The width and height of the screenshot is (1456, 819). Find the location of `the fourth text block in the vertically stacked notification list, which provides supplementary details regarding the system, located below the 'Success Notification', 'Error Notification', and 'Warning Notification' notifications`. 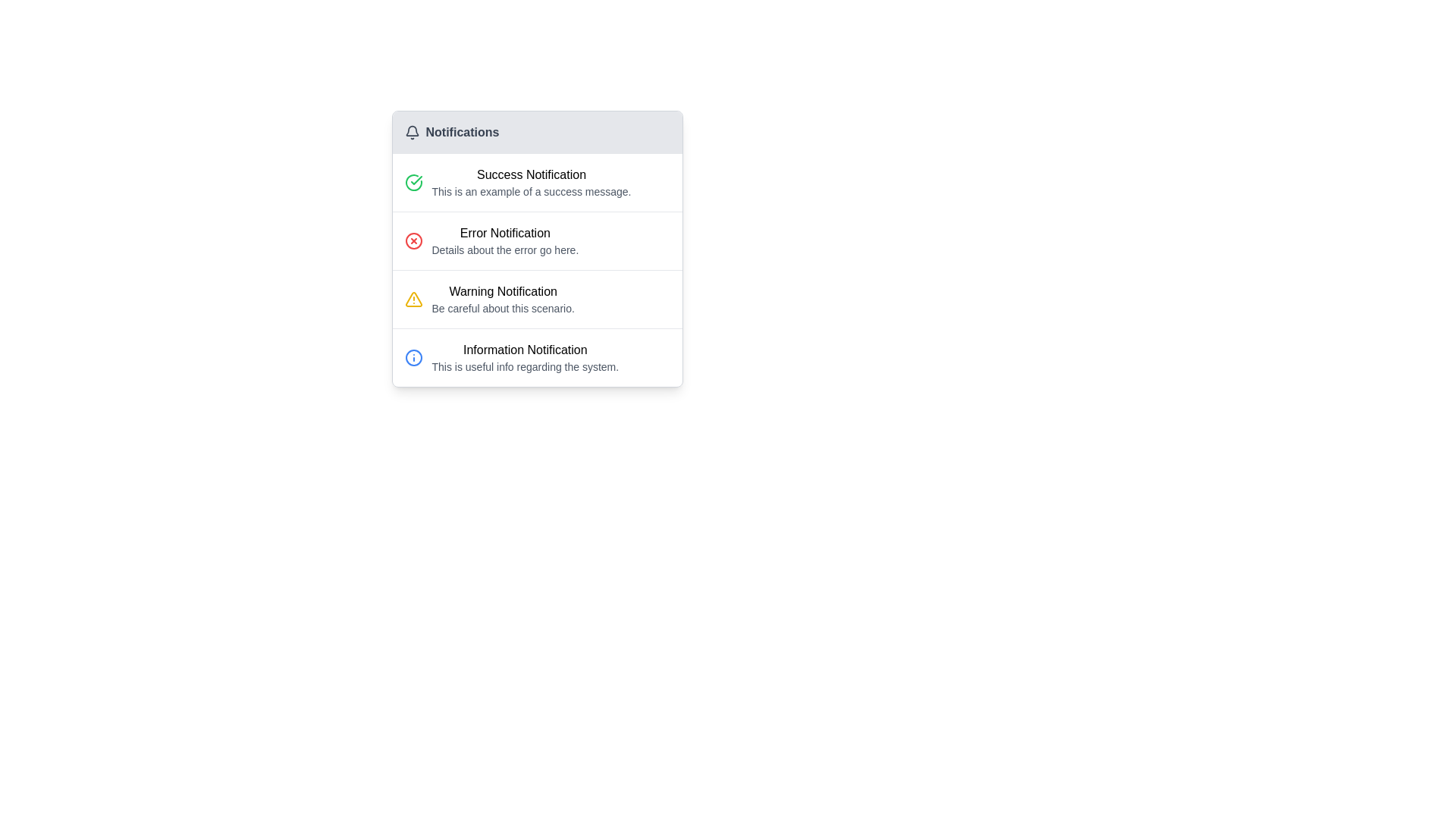

the fourth text block in the vertically stacked notification list, which provides supplementary details regarding the system, located below the 'Success Notification', 'Error Notification', and 'Warning Notification' notifications is located at coordinates (525, 357).